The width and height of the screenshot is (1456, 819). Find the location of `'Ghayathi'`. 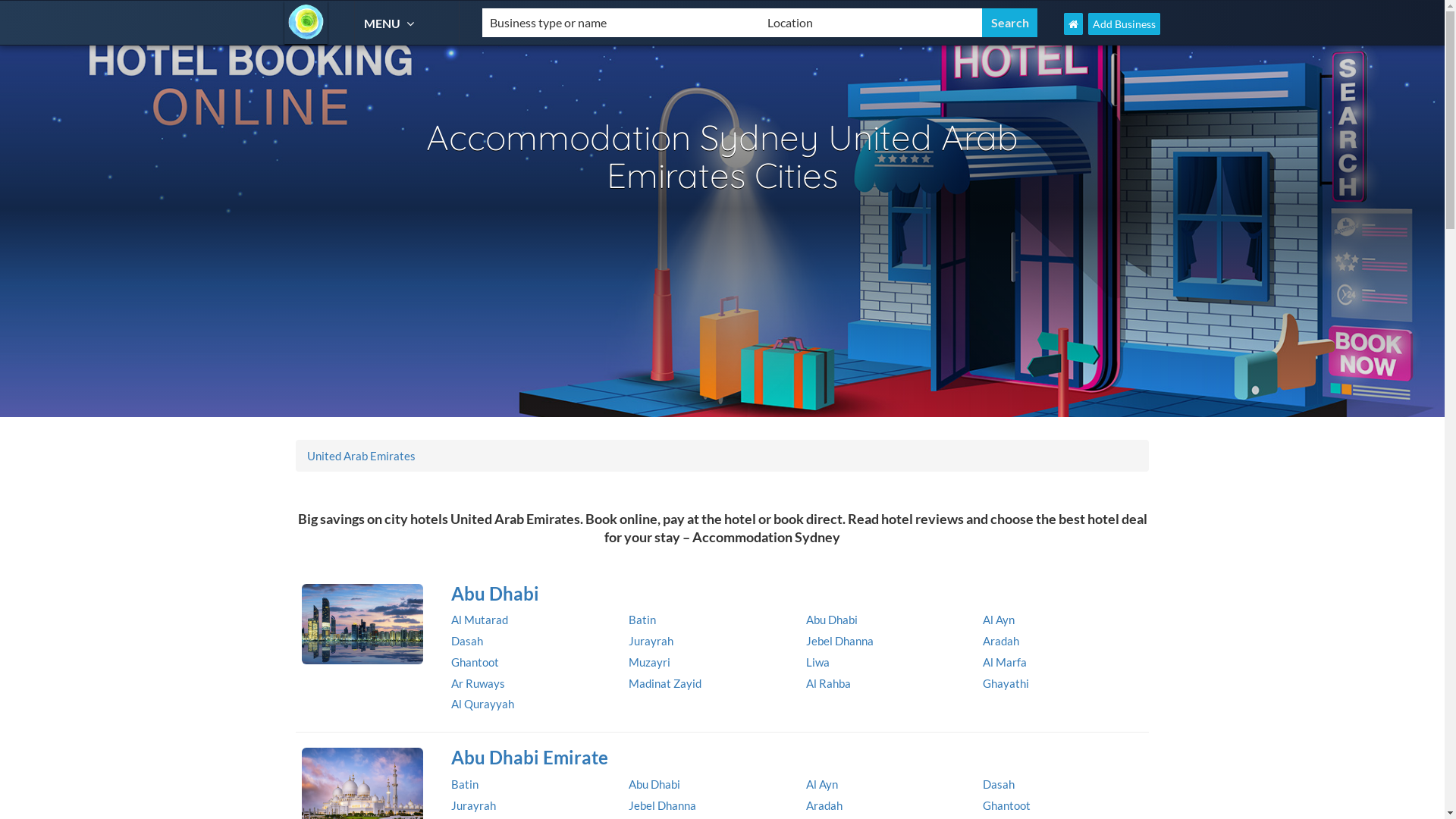

'Ghayathi' is located at coordinates (1006, 683).